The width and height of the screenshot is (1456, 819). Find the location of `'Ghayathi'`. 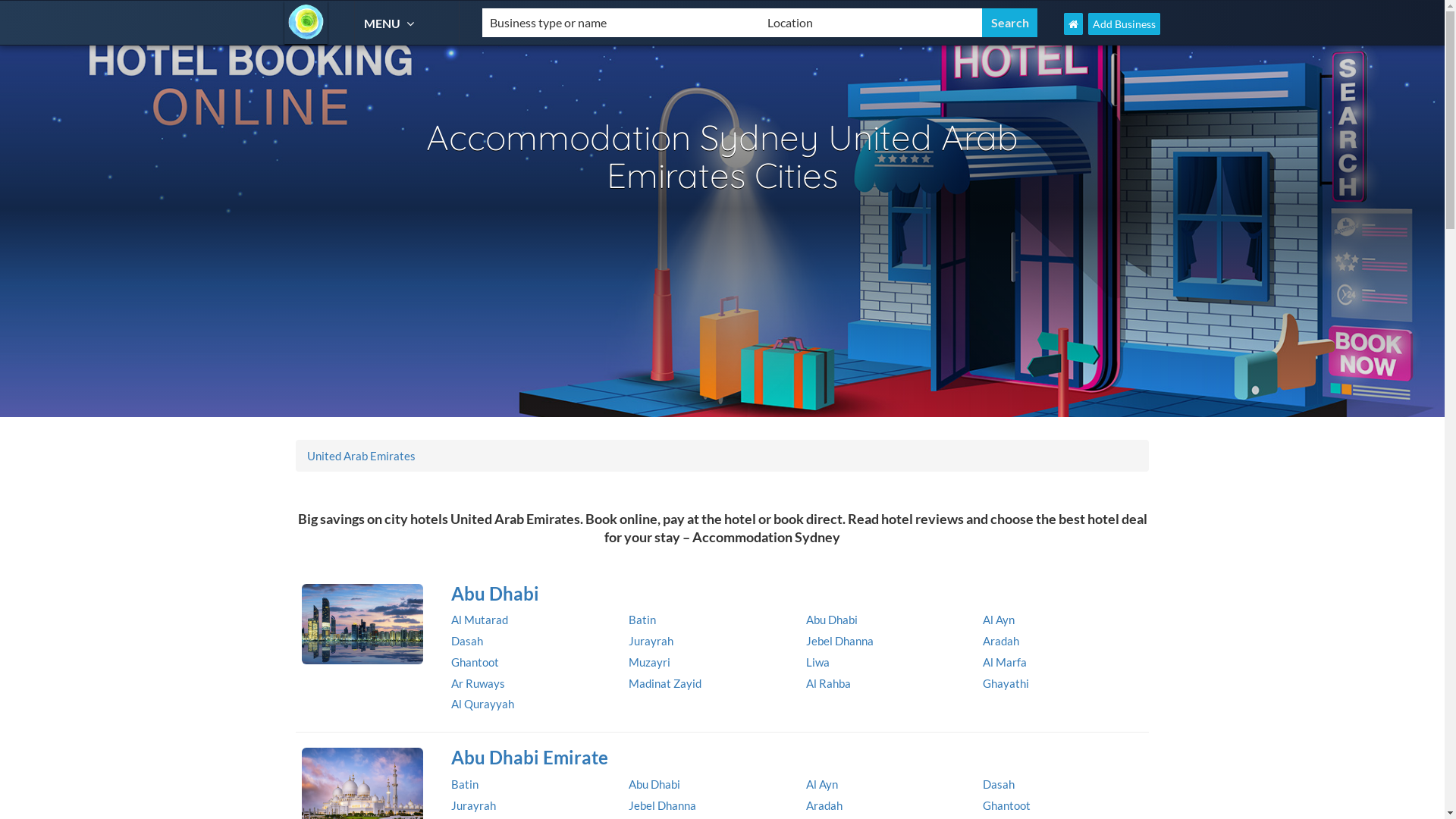

'Ghayathi' is located at coordinates (1006, 683).